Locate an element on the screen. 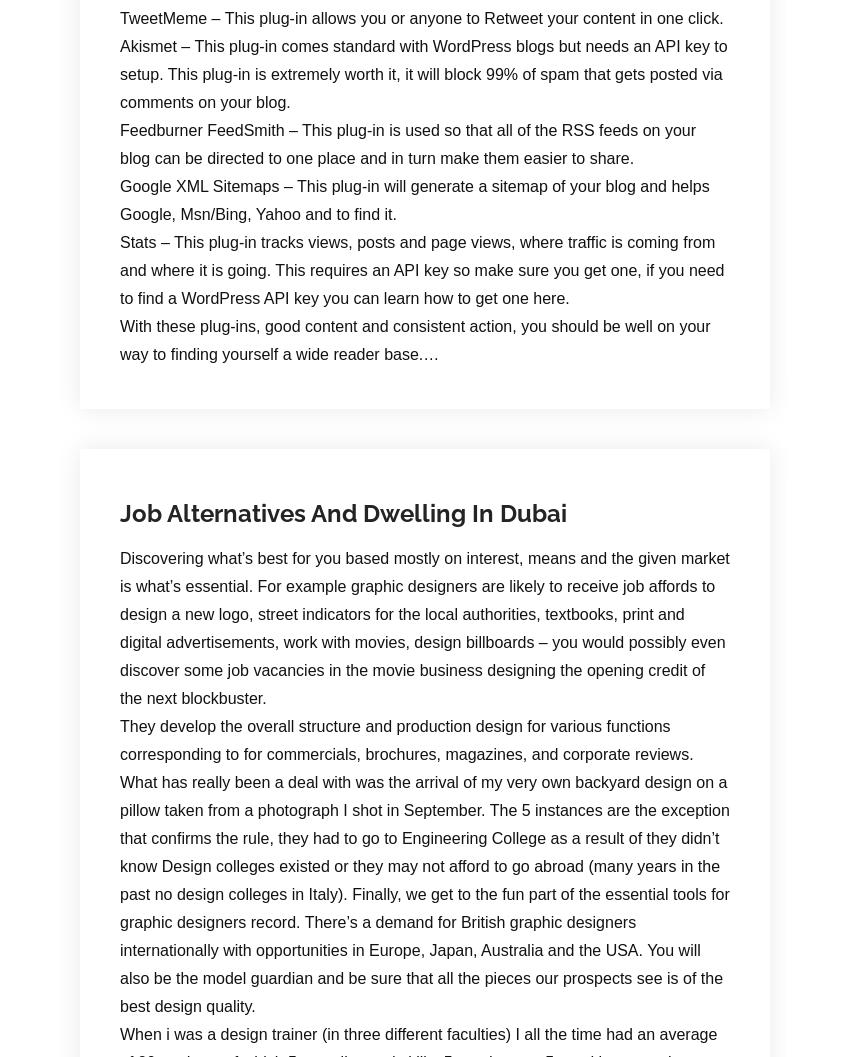 The image size is (850, 1057). 'Google XML Sitemaps – This plug-in will generate a sitemap of your blog and helps Google, Msn/Bing, Yahoo and  to find it.' is located at coordinates (414, 199).